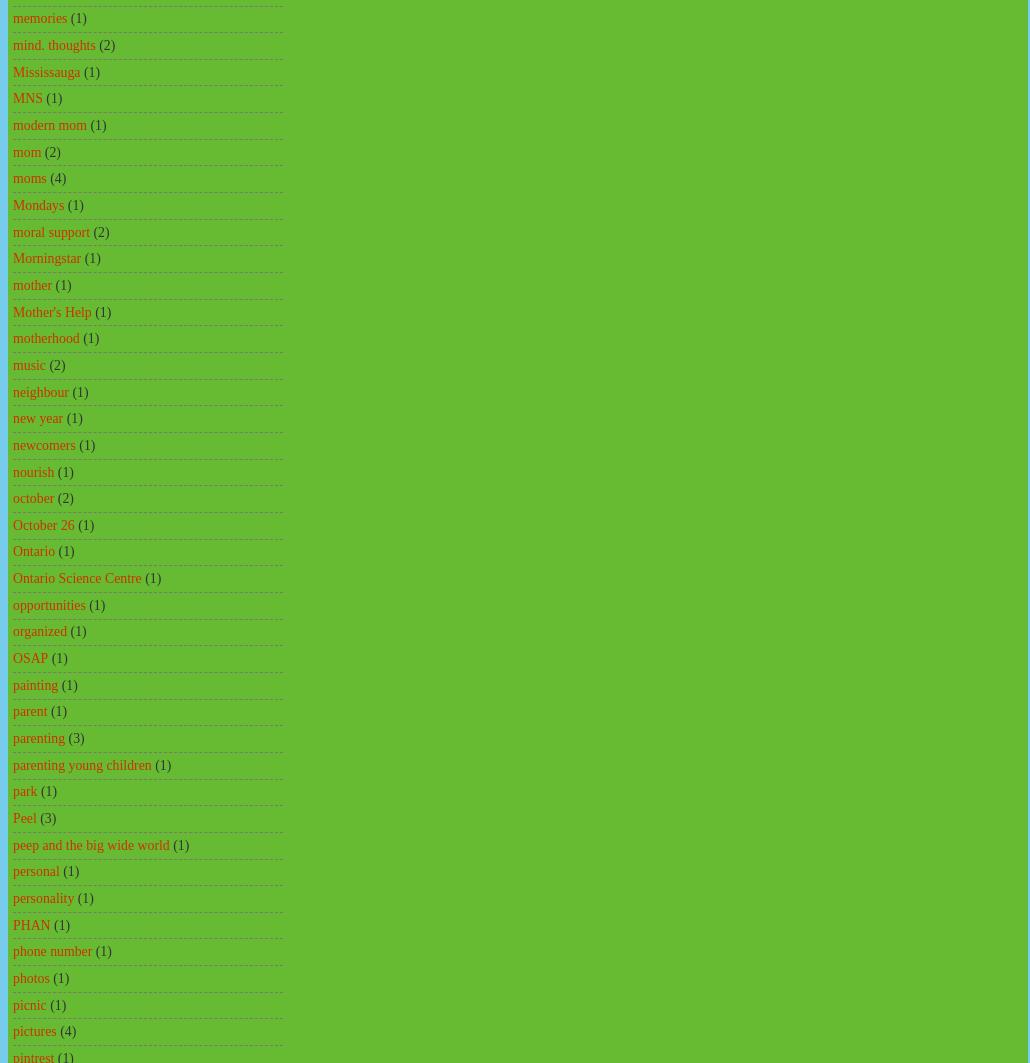 The height and width of the screenshot is (1063, 1030). What do you see at coordinates (35, 683) in the screenshot?
I see `'painting'` at bounding box center [35, 683].